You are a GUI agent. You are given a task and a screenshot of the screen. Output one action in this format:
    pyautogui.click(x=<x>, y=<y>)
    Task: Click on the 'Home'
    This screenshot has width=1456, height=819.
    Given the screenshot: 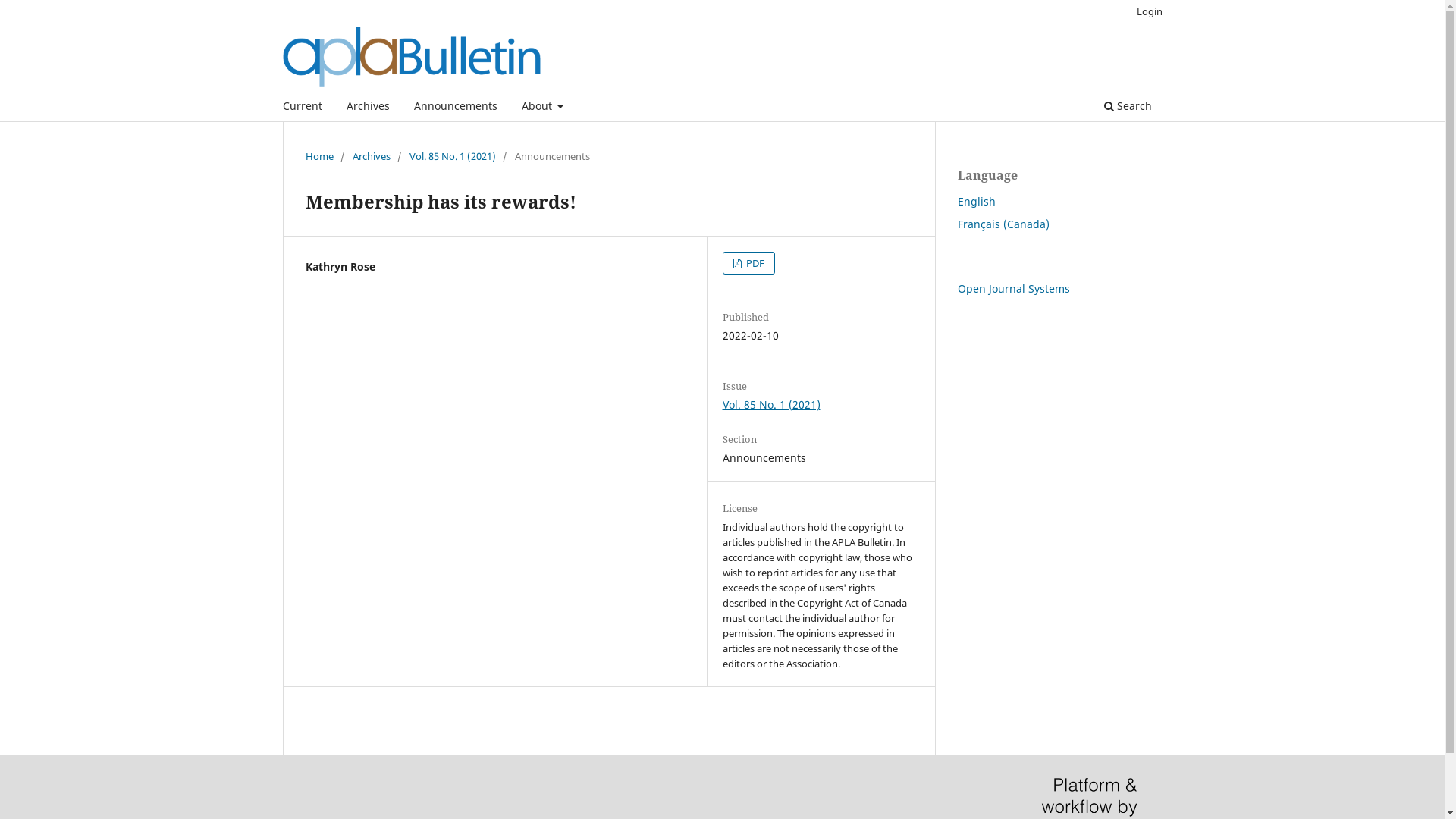 What is the action you would take?
    pyautogui.click(x=318, y=155)
    